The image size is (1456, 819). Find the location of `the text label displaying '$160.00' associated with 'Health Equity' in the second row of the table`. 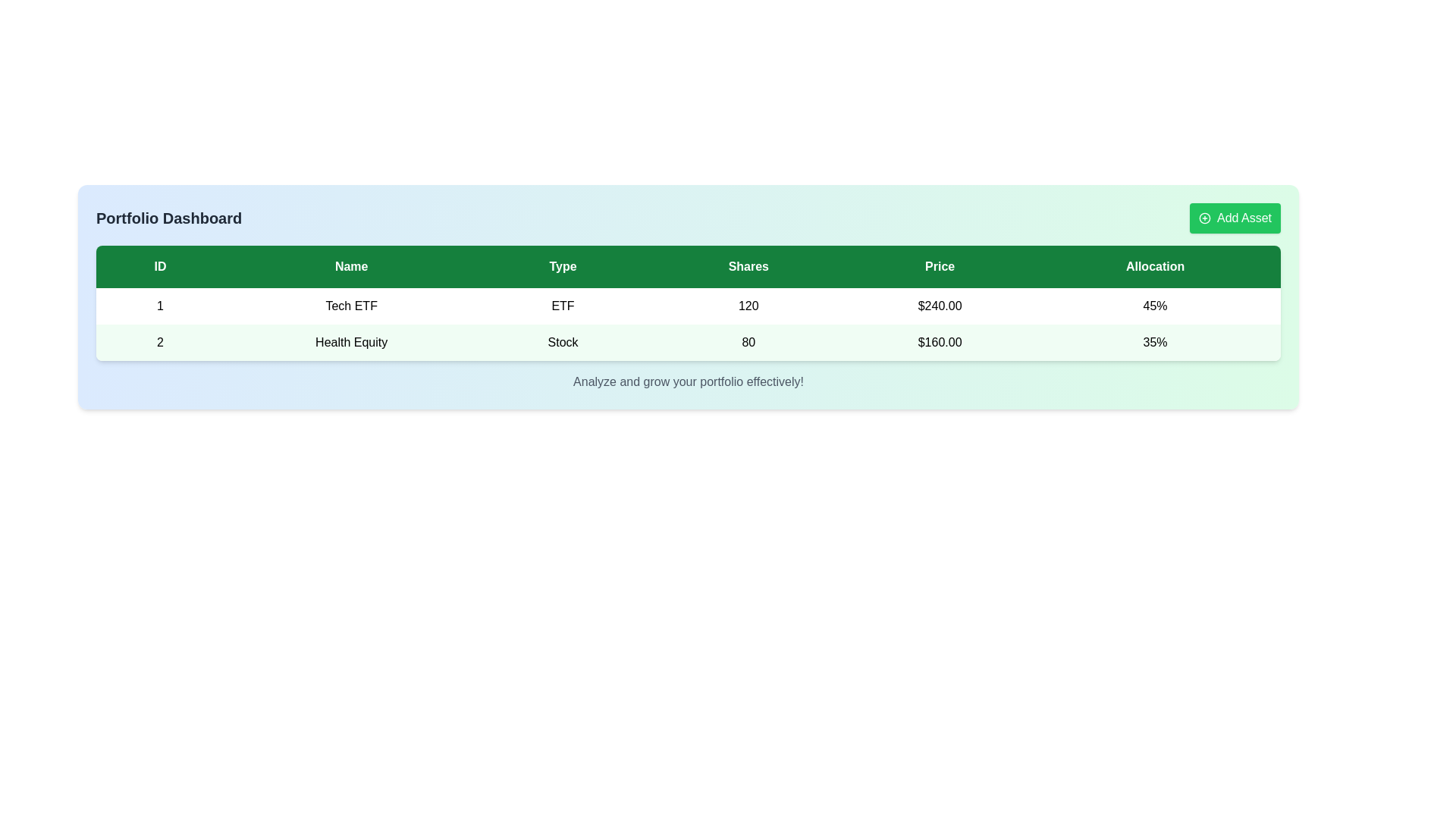

the text label displaying '$160.00' associated with 'Health Equity' in the second row of the table is located at coordinates (939, 342).